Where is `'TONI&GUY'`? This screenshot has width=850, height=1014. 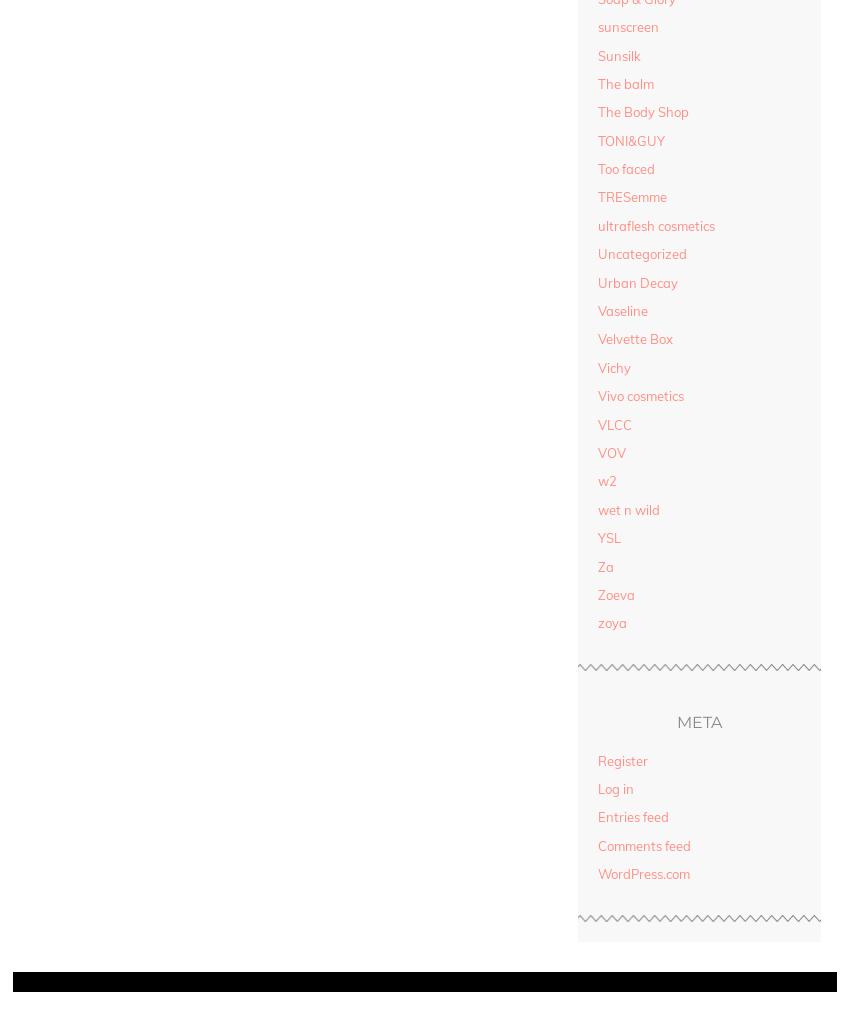 'TONI&GUY' is located at coordinates (630, 140).